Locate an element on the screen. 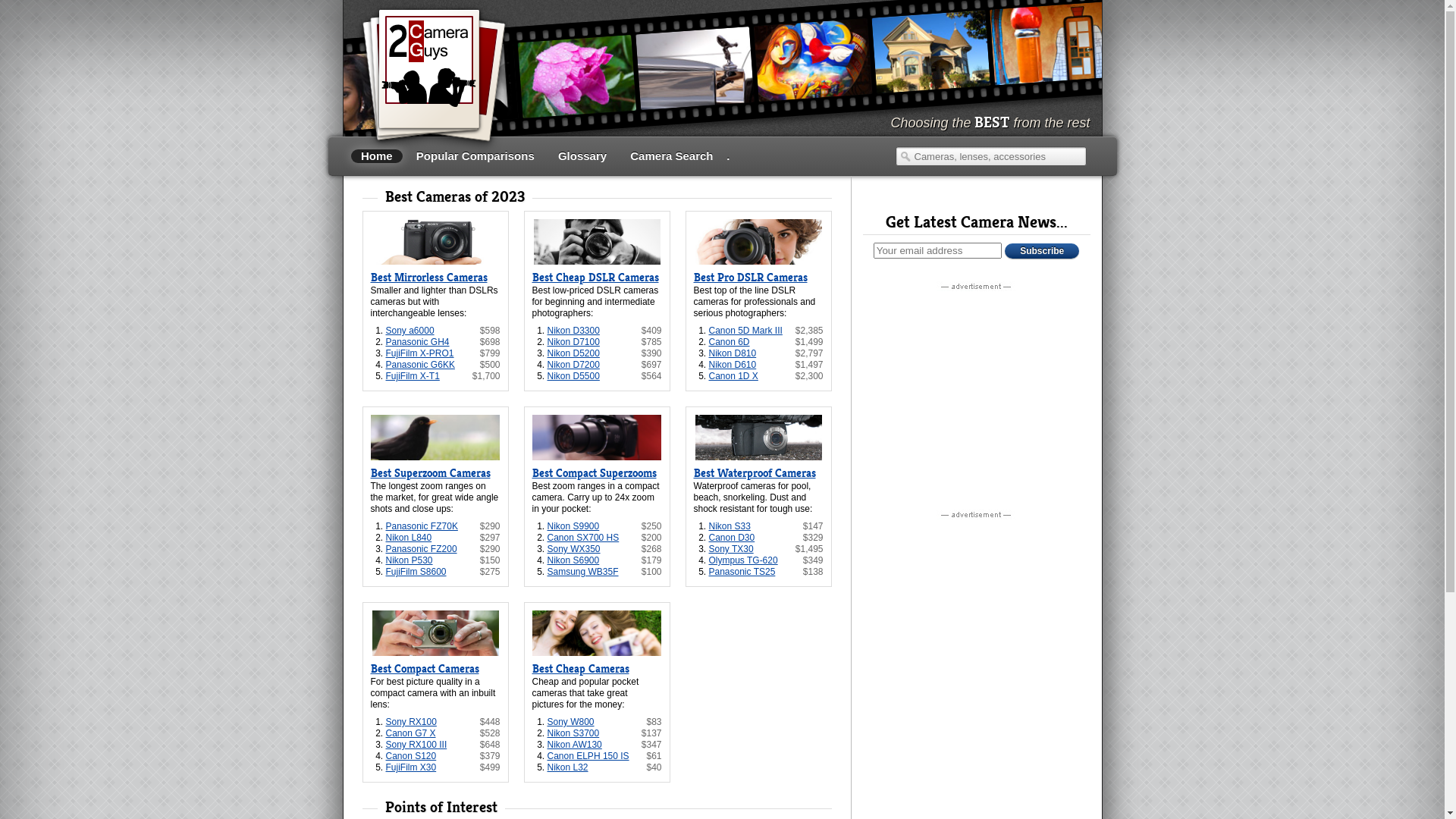  'Best Superzoom Cameras 2023' is located at coordinates (434, 438).